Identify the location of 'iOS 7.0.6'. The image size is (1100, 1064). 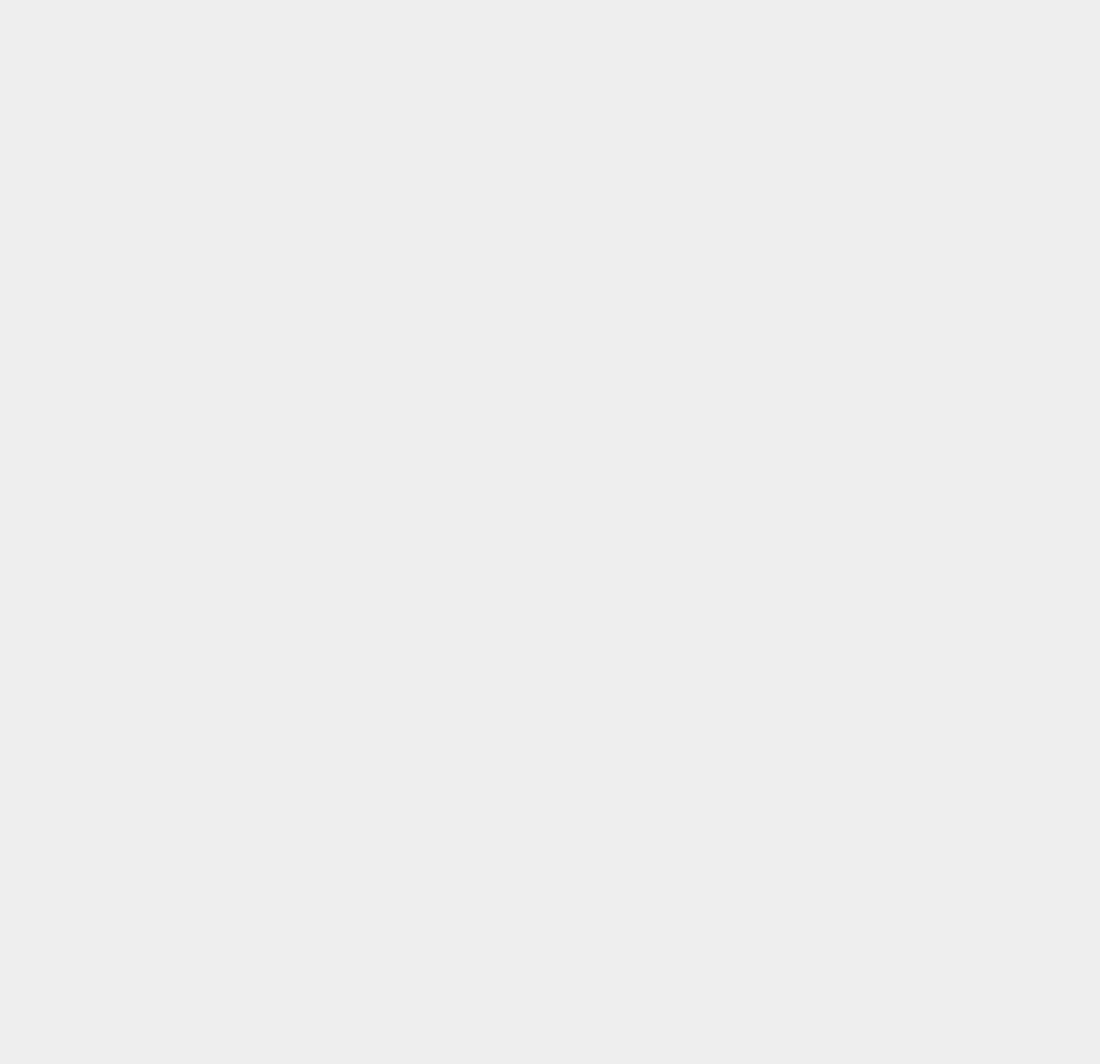
(778, 756).